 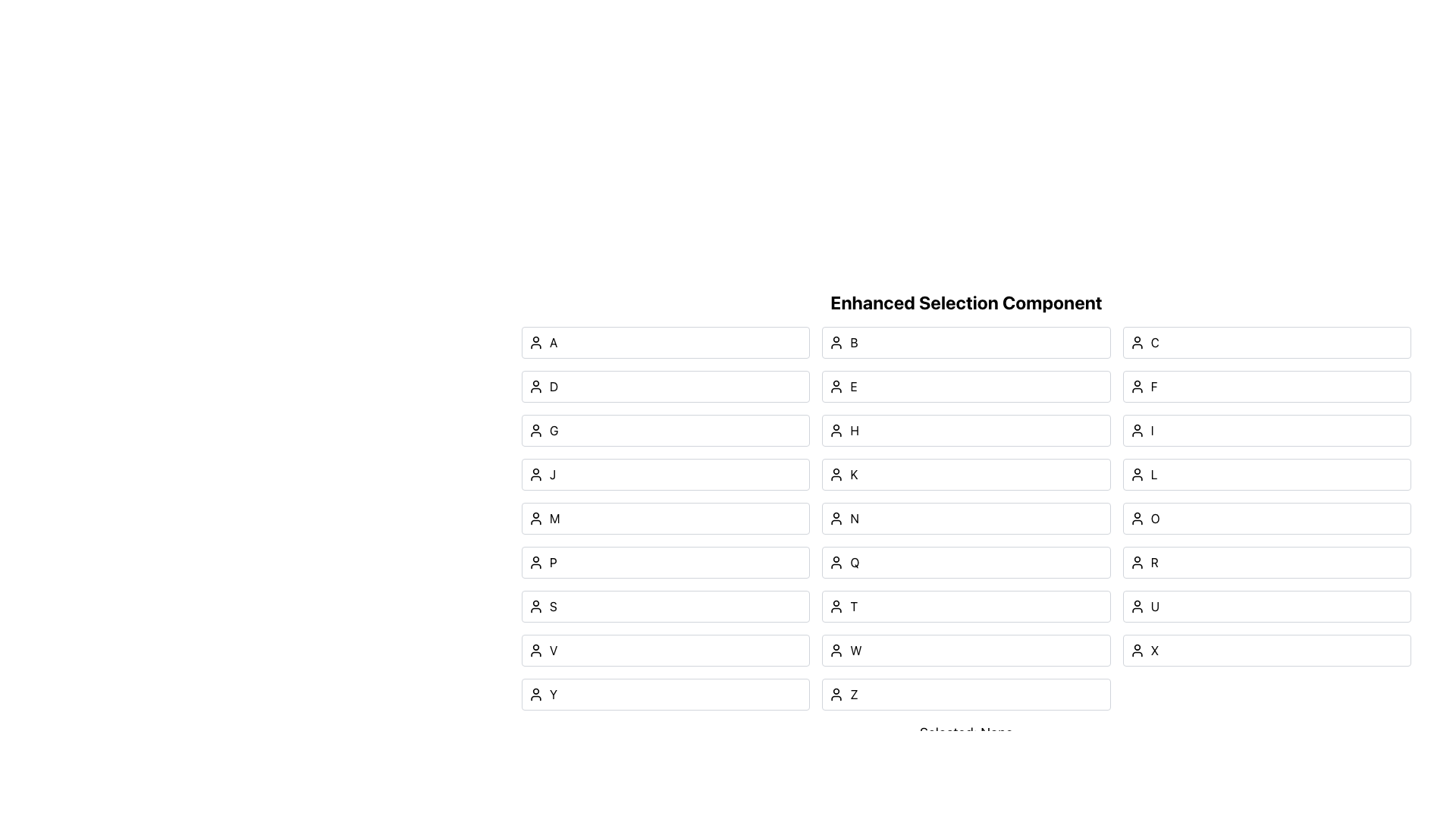 What do you see at coordinates (965, 694) in the screenshot?
I see `the button with a white background, black border, rounded corners, and labeled with 'Z' in the bottom right corner of the grid` at bounding box center [965, 694].